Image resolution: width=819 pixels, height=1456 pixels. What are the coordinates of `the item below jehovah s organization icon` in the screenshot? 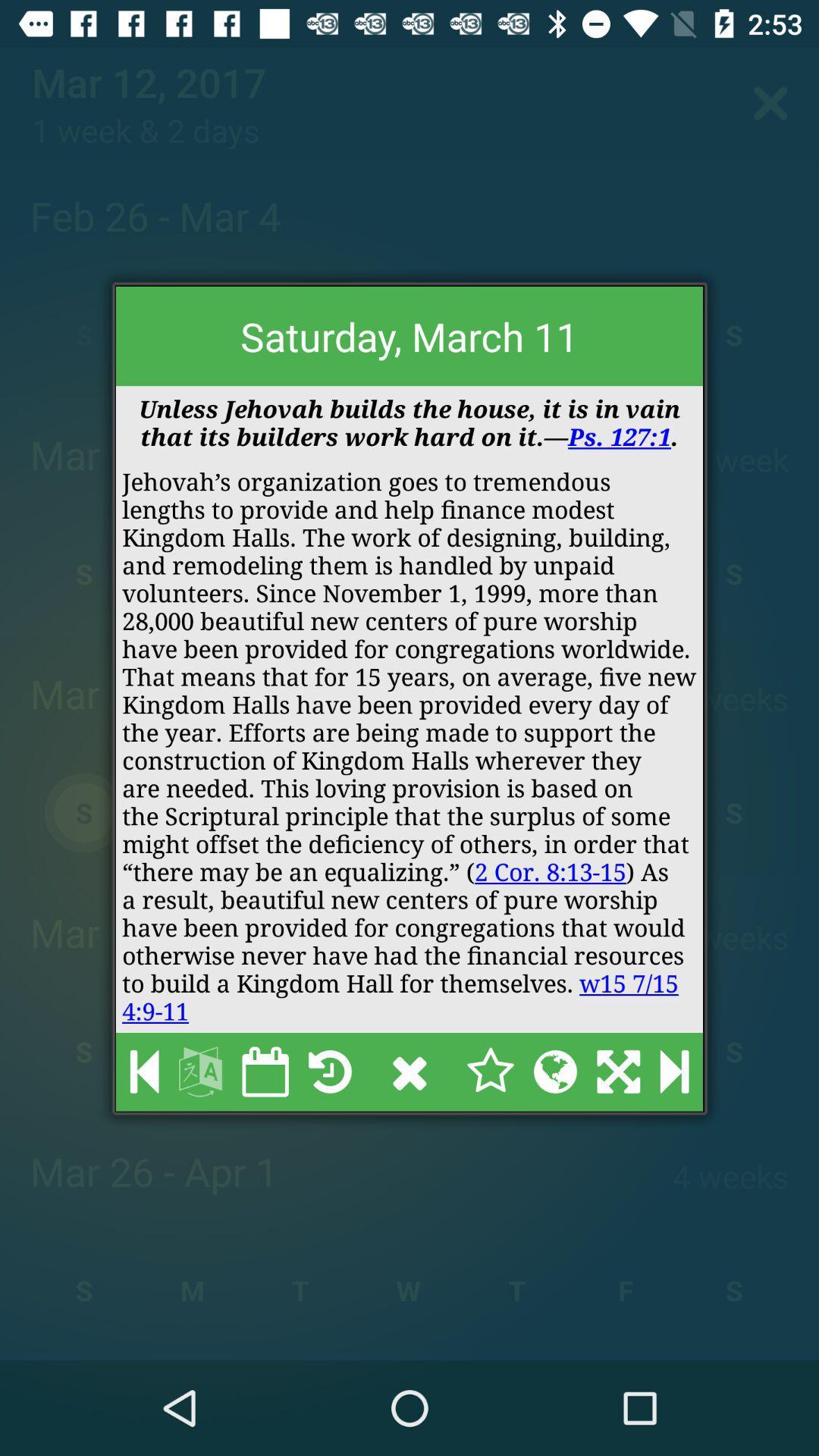 It's located at (673, 1071).